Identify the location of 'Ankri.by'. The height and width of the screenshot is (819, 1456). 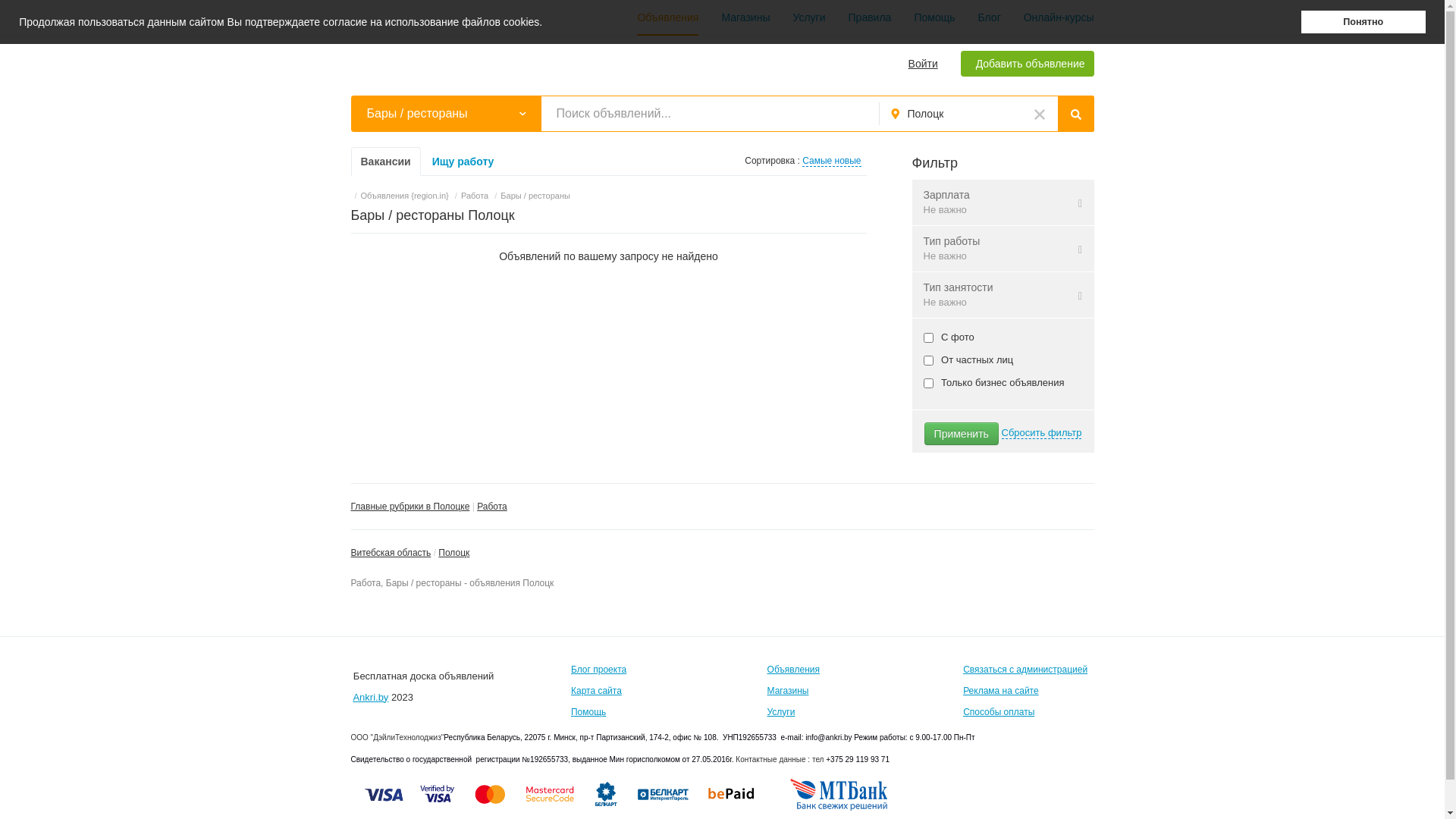
(370, 697).